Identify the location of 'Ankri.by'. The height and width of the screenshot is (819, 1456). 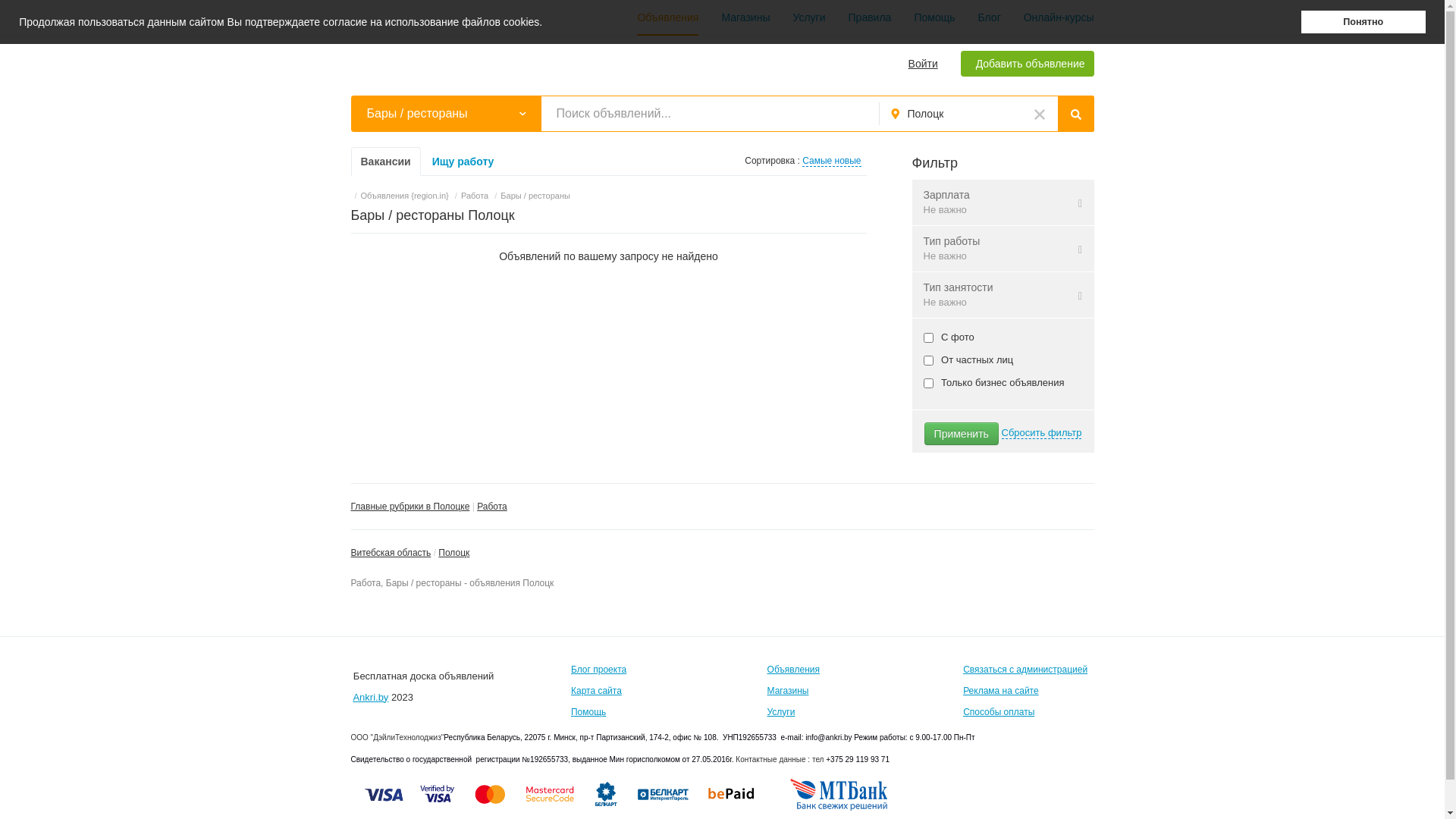
(370, 697).